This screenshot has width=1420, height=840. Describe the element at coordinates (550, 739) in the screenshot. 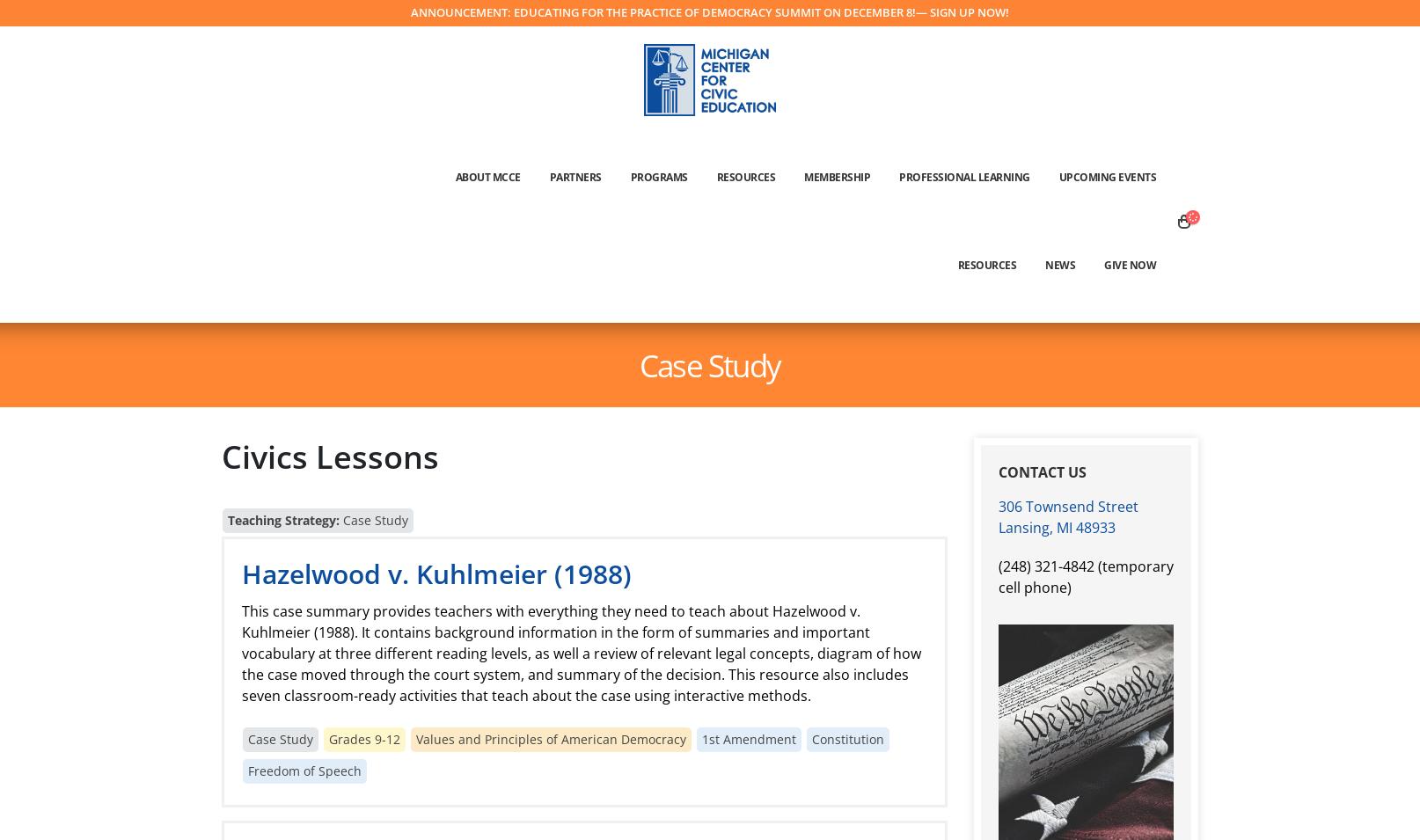

I see `'Values and Principles of American Democracy'` at that location.